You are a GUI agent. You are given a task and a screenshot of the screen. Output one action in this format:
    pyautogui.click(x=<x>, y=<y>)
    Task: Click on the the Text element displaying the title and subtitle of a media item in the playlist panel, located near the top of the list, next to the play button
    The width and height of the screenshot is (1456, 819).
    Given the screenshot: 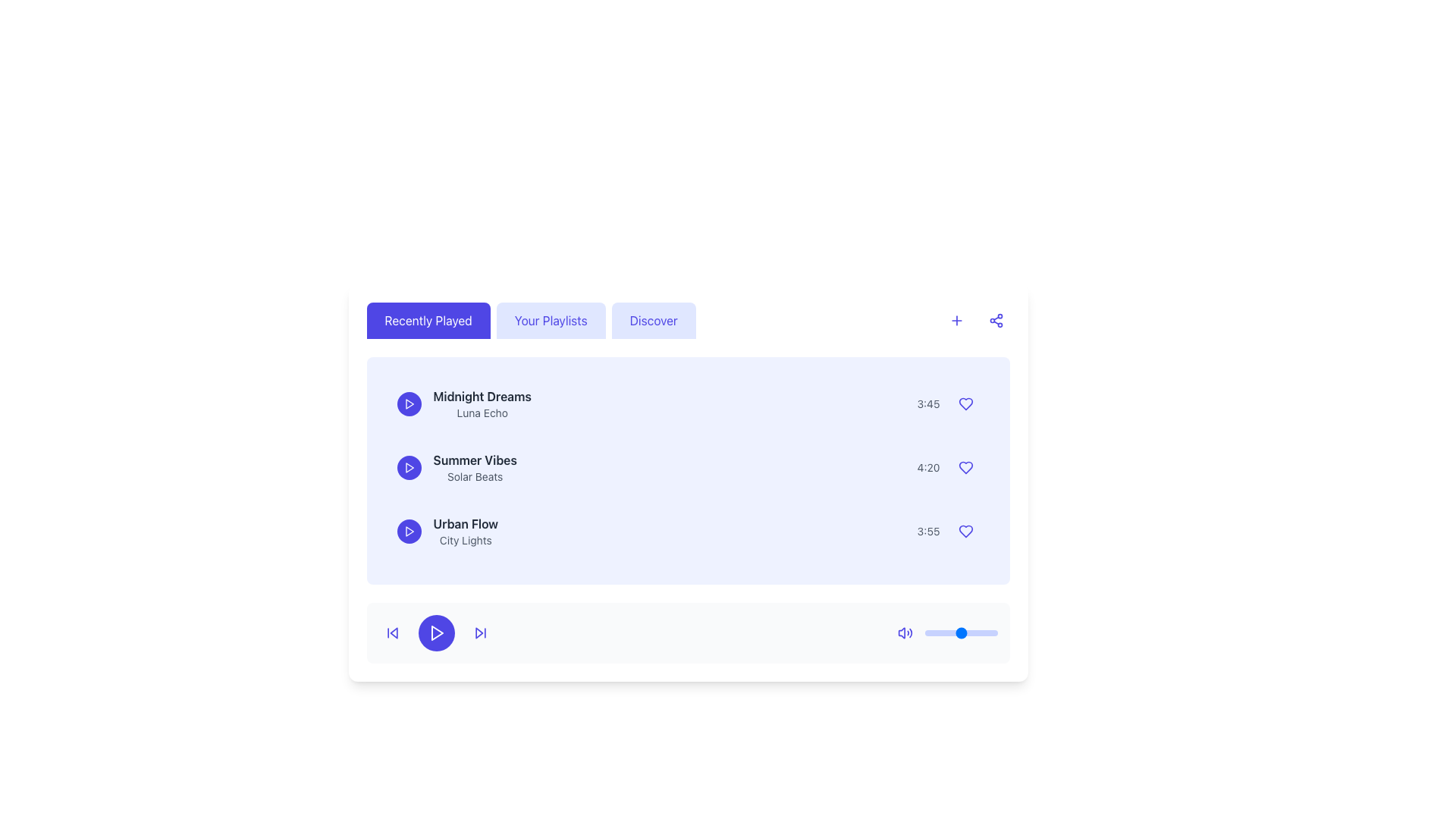 What is the action you would take?
    pyautogui.click(x=482, y=403)
    